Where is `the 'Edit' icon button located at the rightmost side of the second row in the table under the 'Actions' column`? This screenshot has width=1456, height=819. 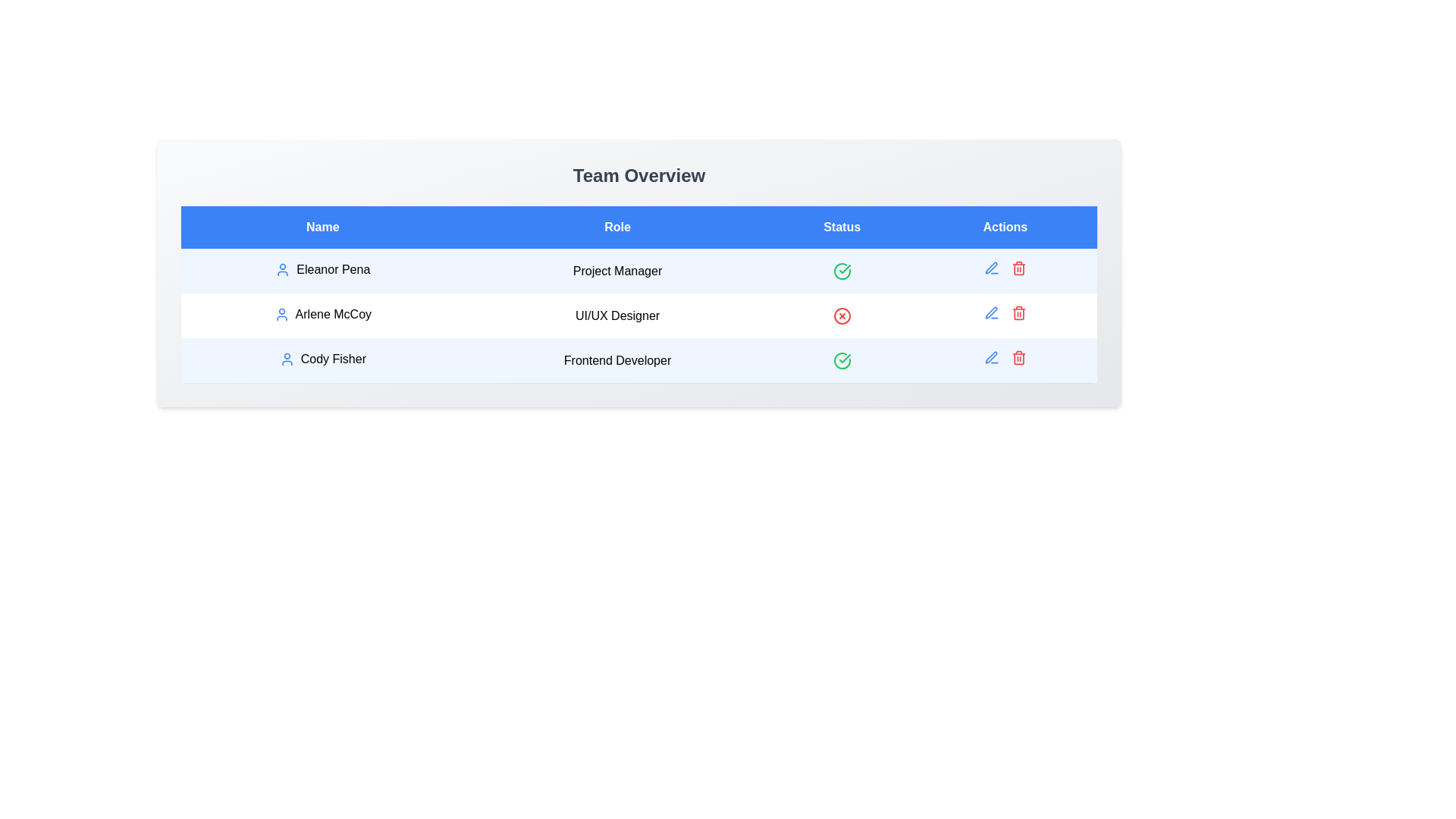 the 'Edit' icon button located at the rightmost side of the second row in the table under the 'Actions' column is located at coordinates (991, 267).